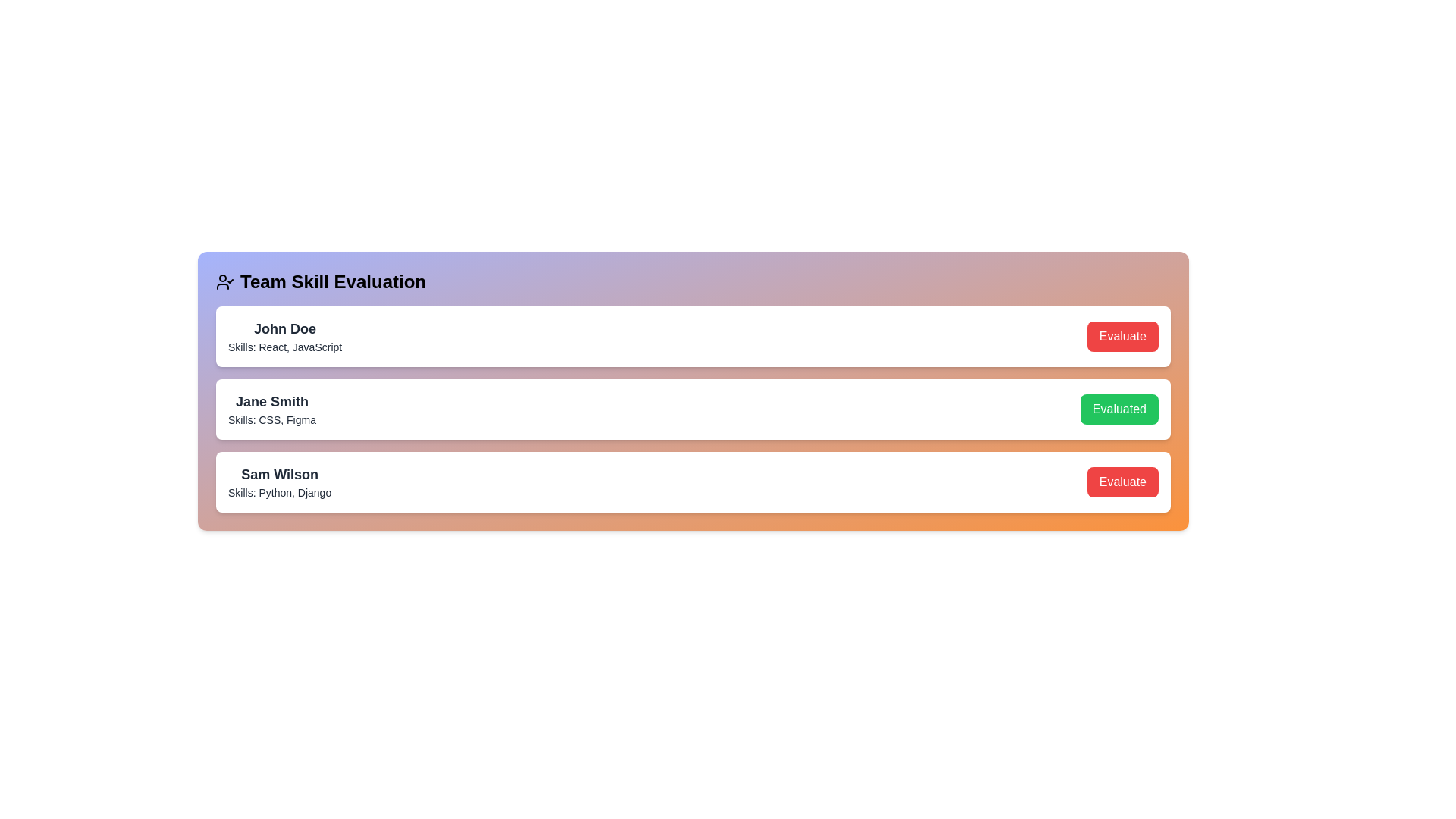 Image resolution: width=1456 pixels, height=819 pixels. Describe the element at coordinates (224, 281) in the screenshot. I see `the decorative icon representing the 'Team Skill Evaluation' section, located at the far left of the header` at that location.